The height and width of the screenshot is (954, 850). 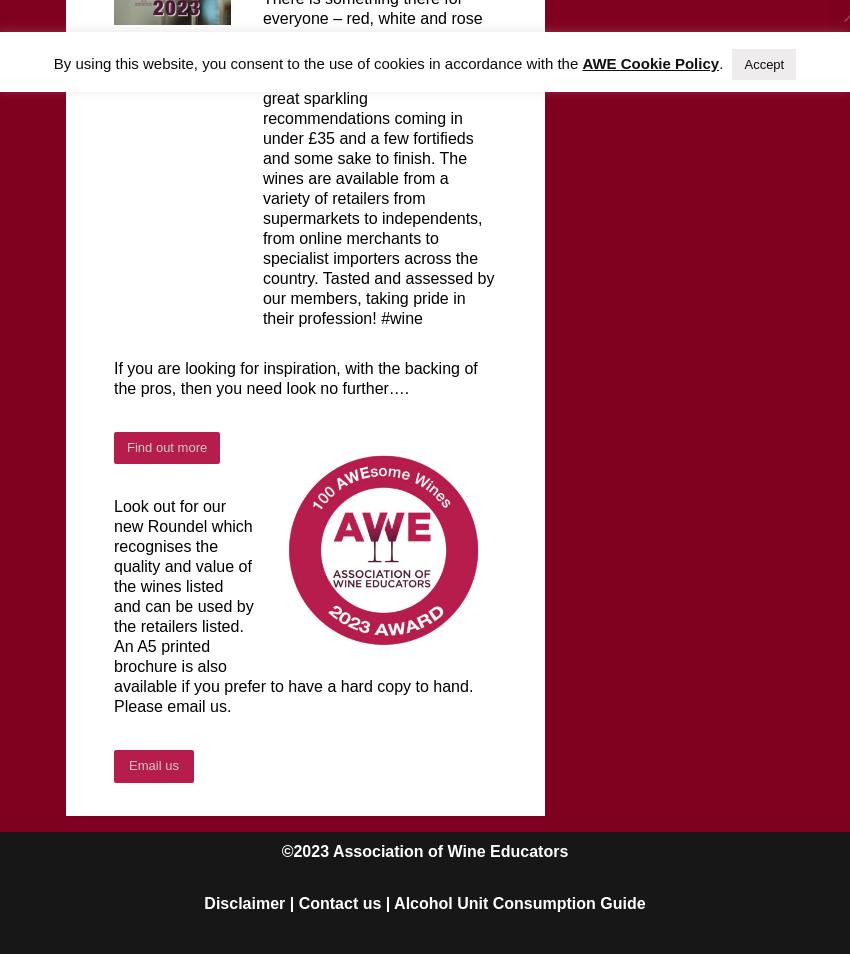 I want to click on 'Look out for our new Roundel which recognises the quality and value of the wines listed and can be used by the retailers listed. An A5 printed brochure is also available if you prefer to have a hard copy to hand. Please email us.', so click(x=292, y=605).